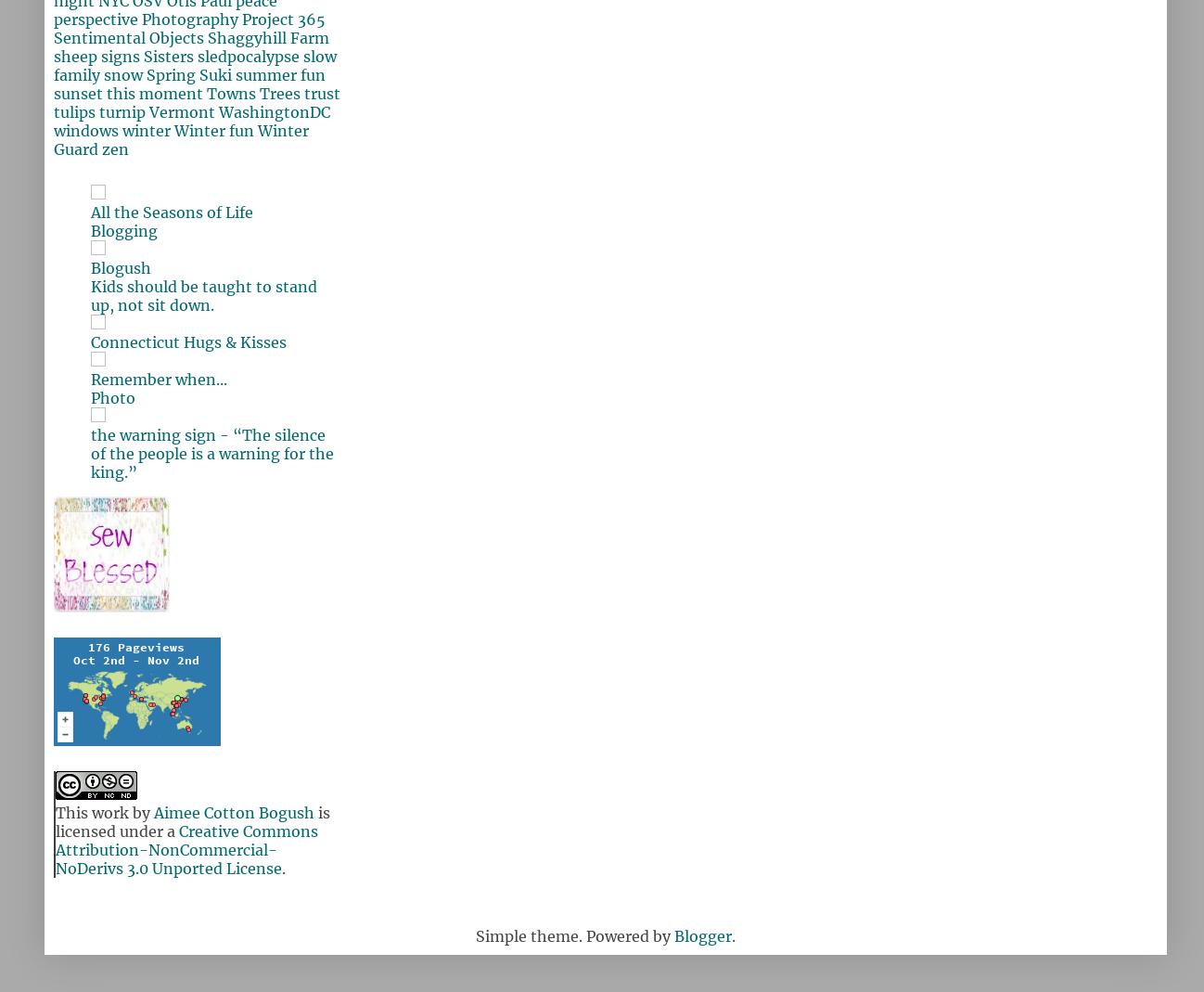  I want to click on 'Thank you so much for visiting!', so click(129, 882).